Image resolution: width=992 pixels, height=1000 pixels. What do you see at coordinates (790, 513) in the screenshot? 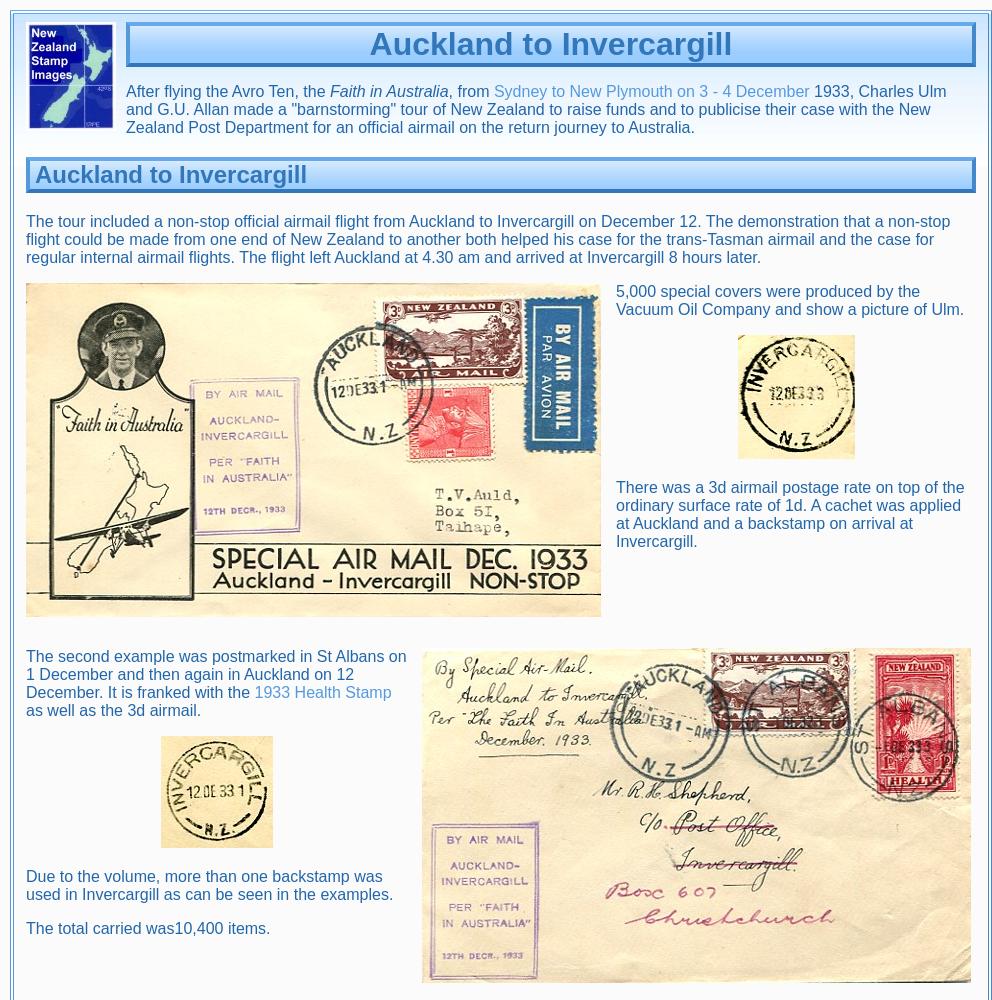
I see `'There was a 3d airmail postage rate on top of the ordinary
surface rate of 1d.
A cachet was applied at Auckland and a backstamp on arrival
at Invercargill.'` at bounding box center [790, 513].